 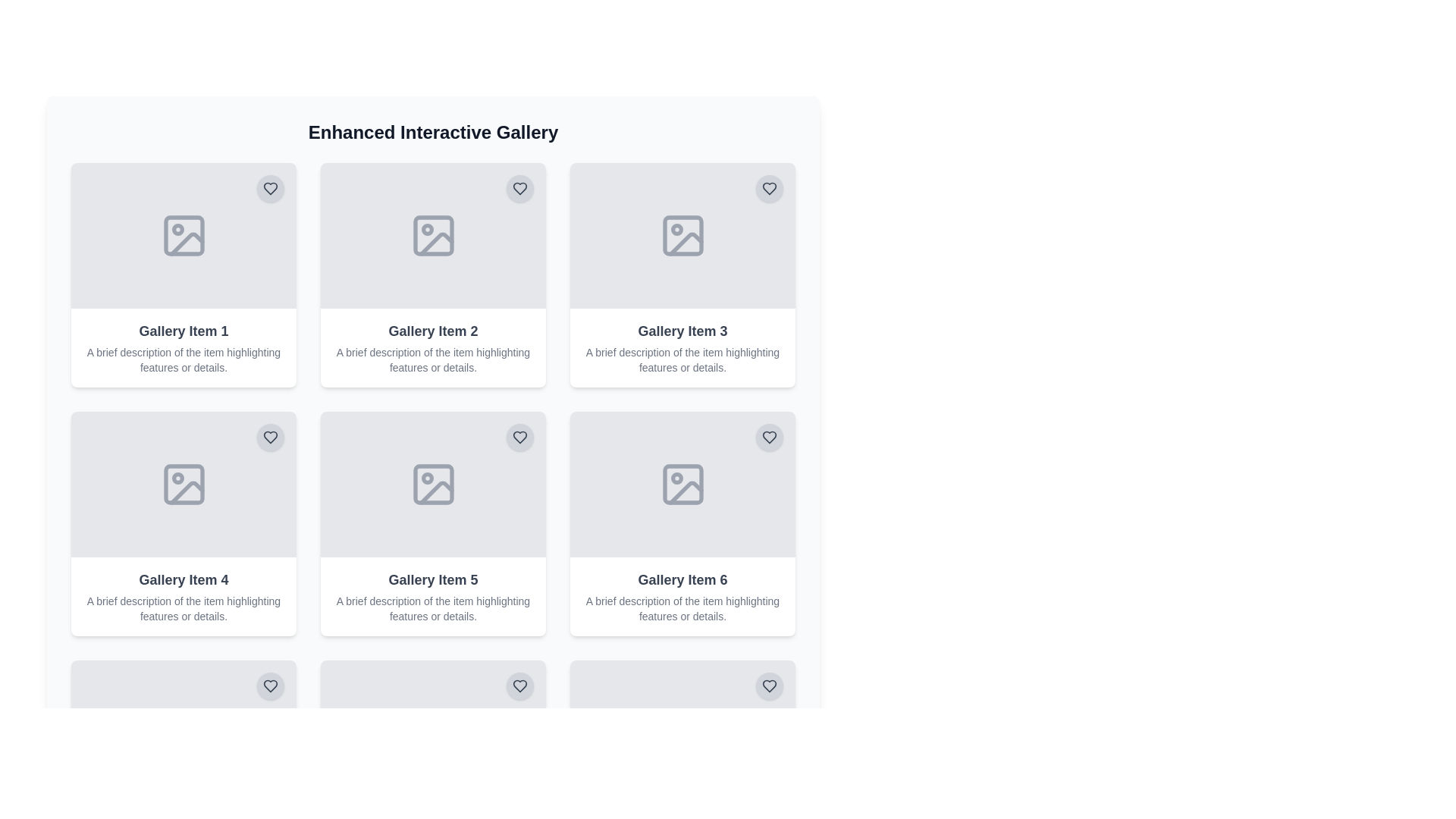 I want to click on text content of the title label for the gallery item located in the top-left cell of the grid layout, so click(x=183, y=330).